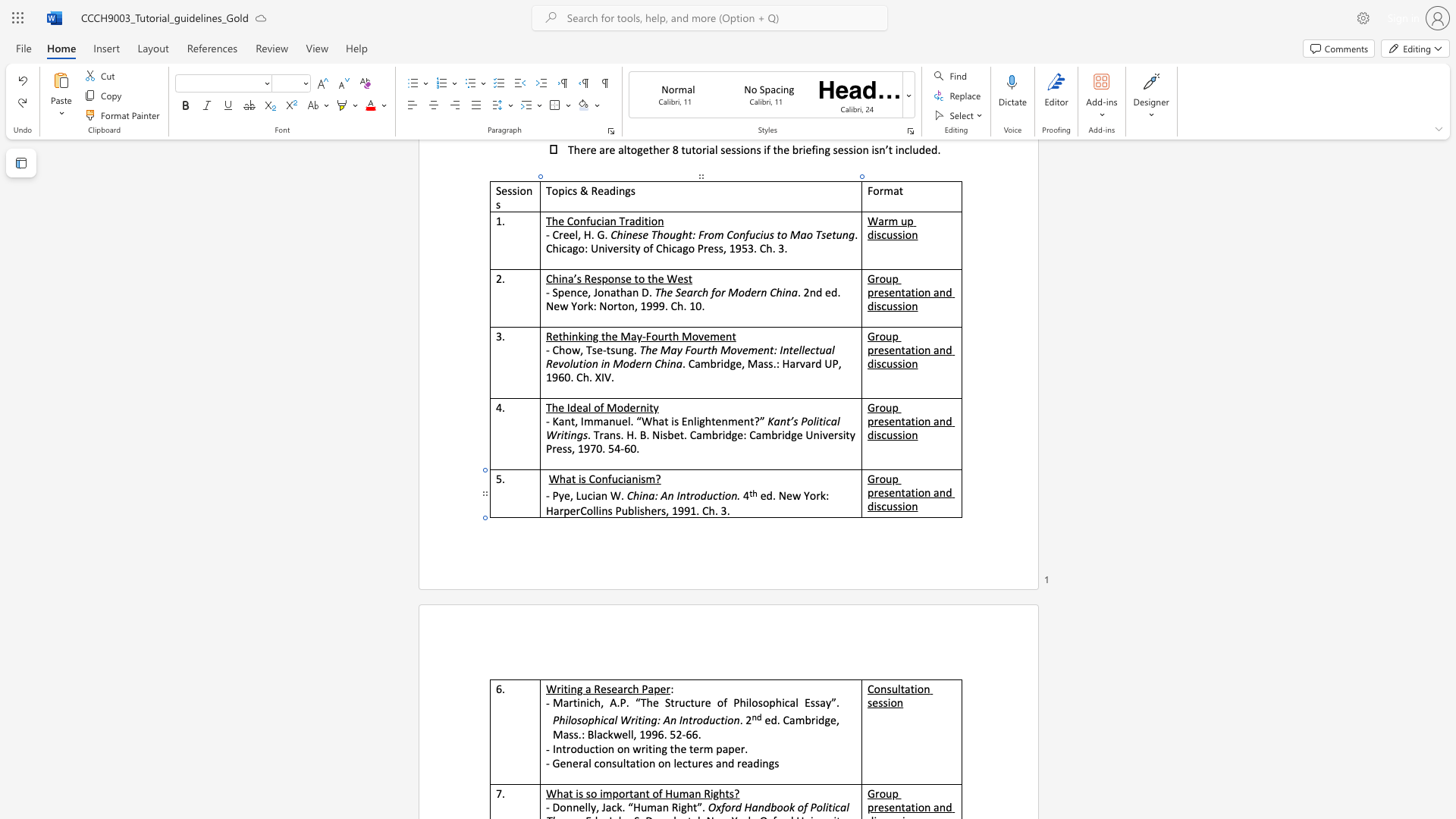  Describe the element at coordinates (651, 689) in the screenshot. I see `the 3th character "a" in the text` at that location.